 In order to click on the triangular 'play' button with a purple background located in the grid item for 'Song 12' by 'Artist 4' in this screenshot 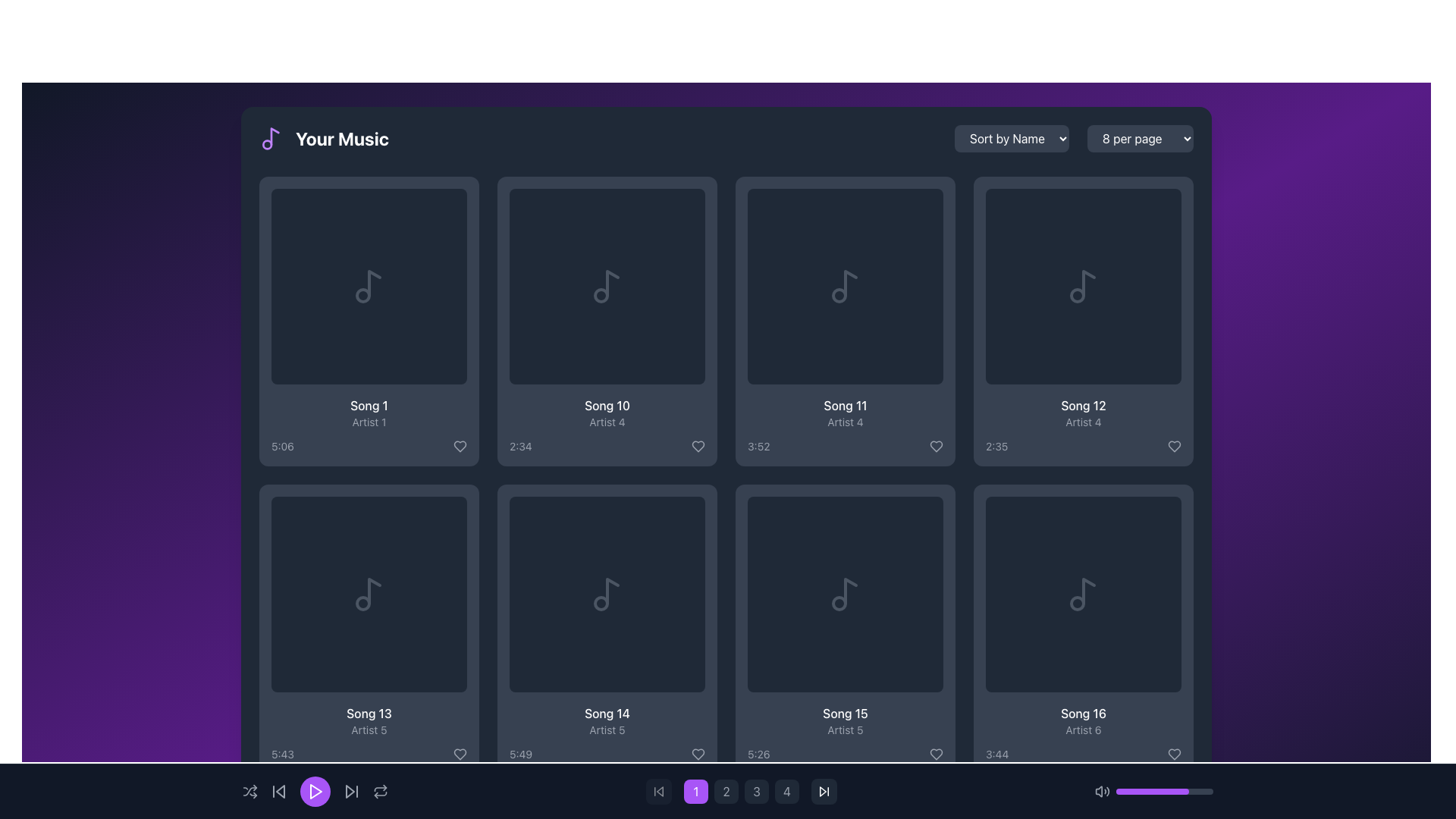, I will do `click(1083, 287)`.